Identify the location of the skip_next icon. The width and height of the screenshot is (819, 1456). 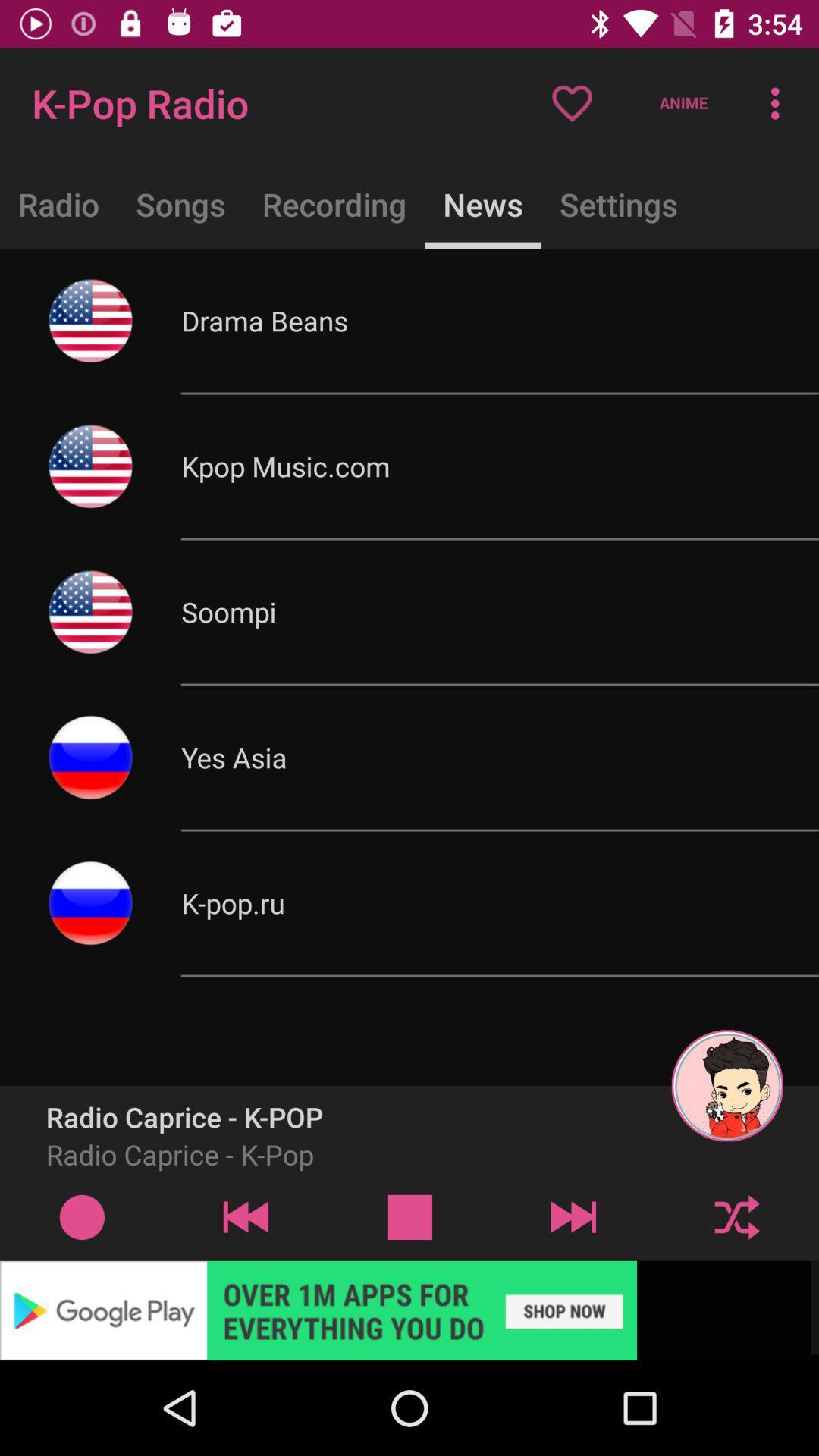
(573, 1216).